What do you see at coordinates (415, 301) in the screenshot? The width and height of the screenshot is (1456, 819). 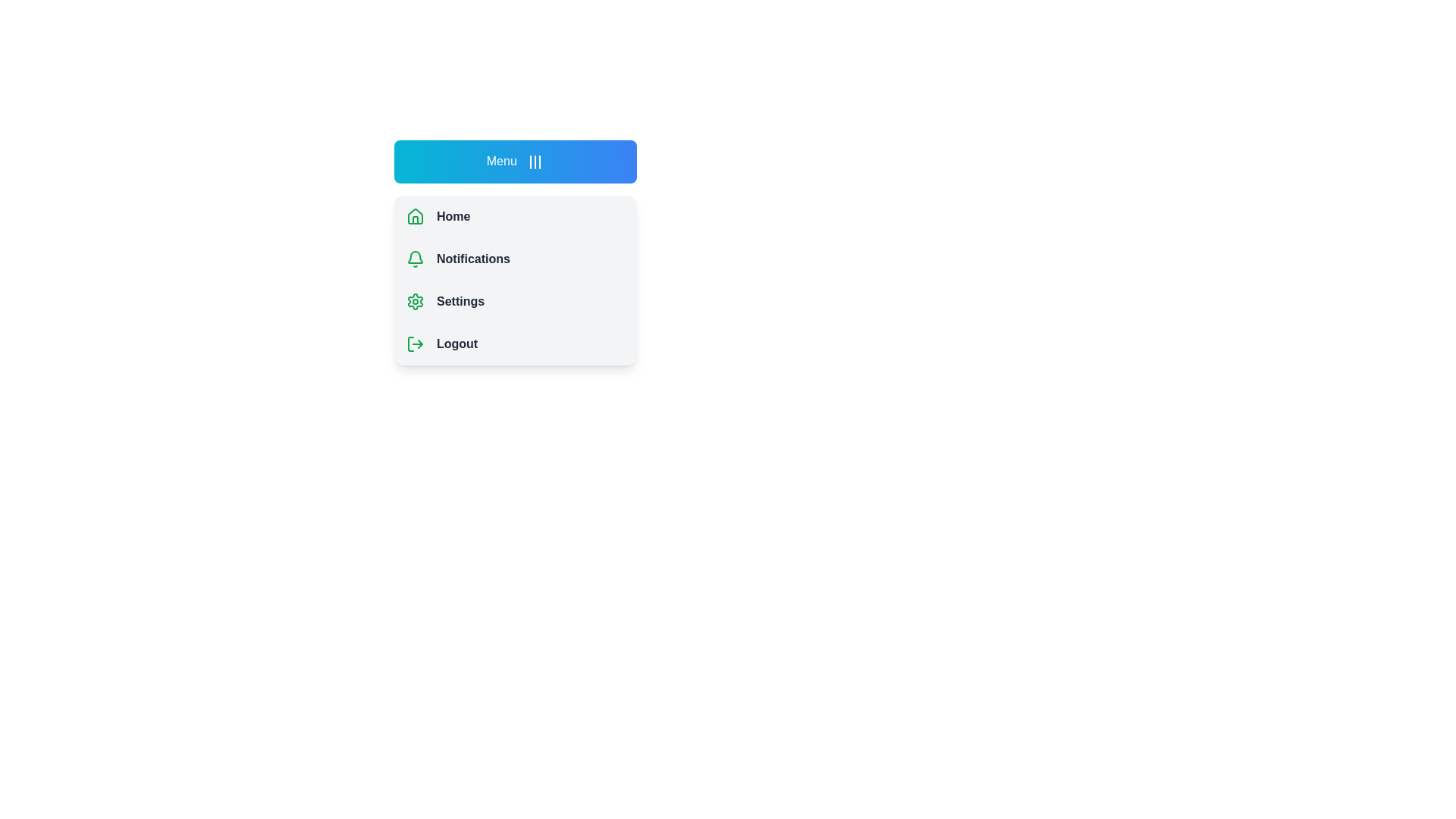 I see `the icon next to Settings` at bounding box center [415, 301].